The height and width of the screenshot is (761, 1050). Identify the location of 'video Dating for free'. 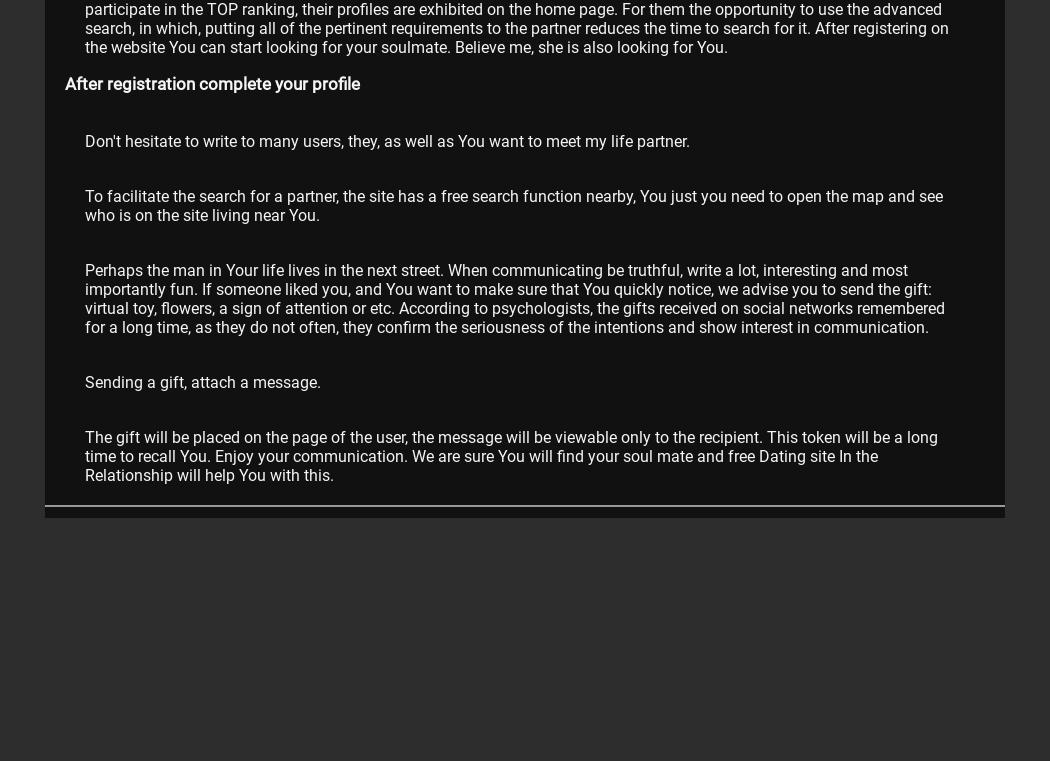
(482, 623).